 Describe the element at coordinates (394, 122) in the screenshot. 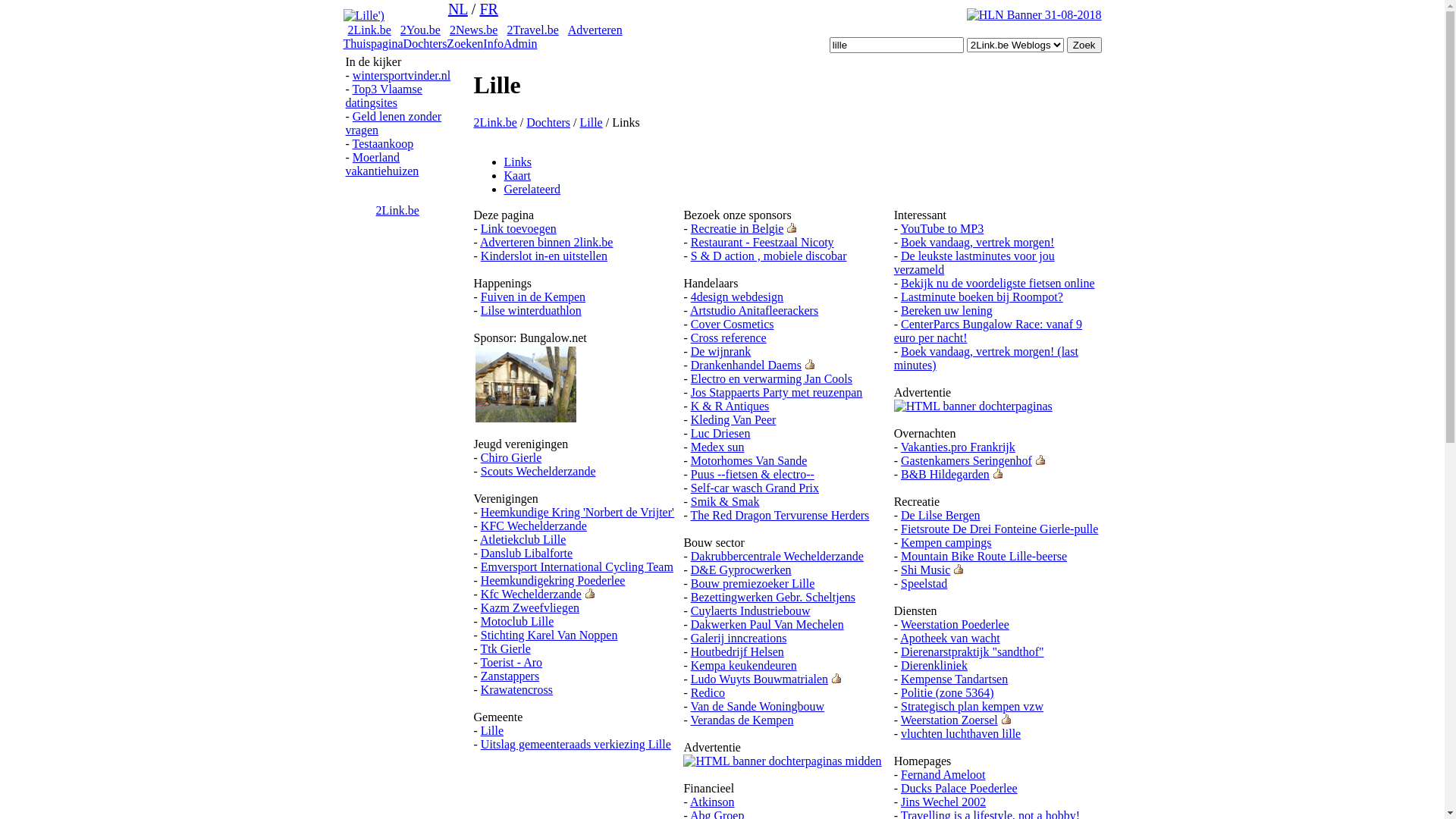

I see `'Geld lenen zonder vragen'` at that location.